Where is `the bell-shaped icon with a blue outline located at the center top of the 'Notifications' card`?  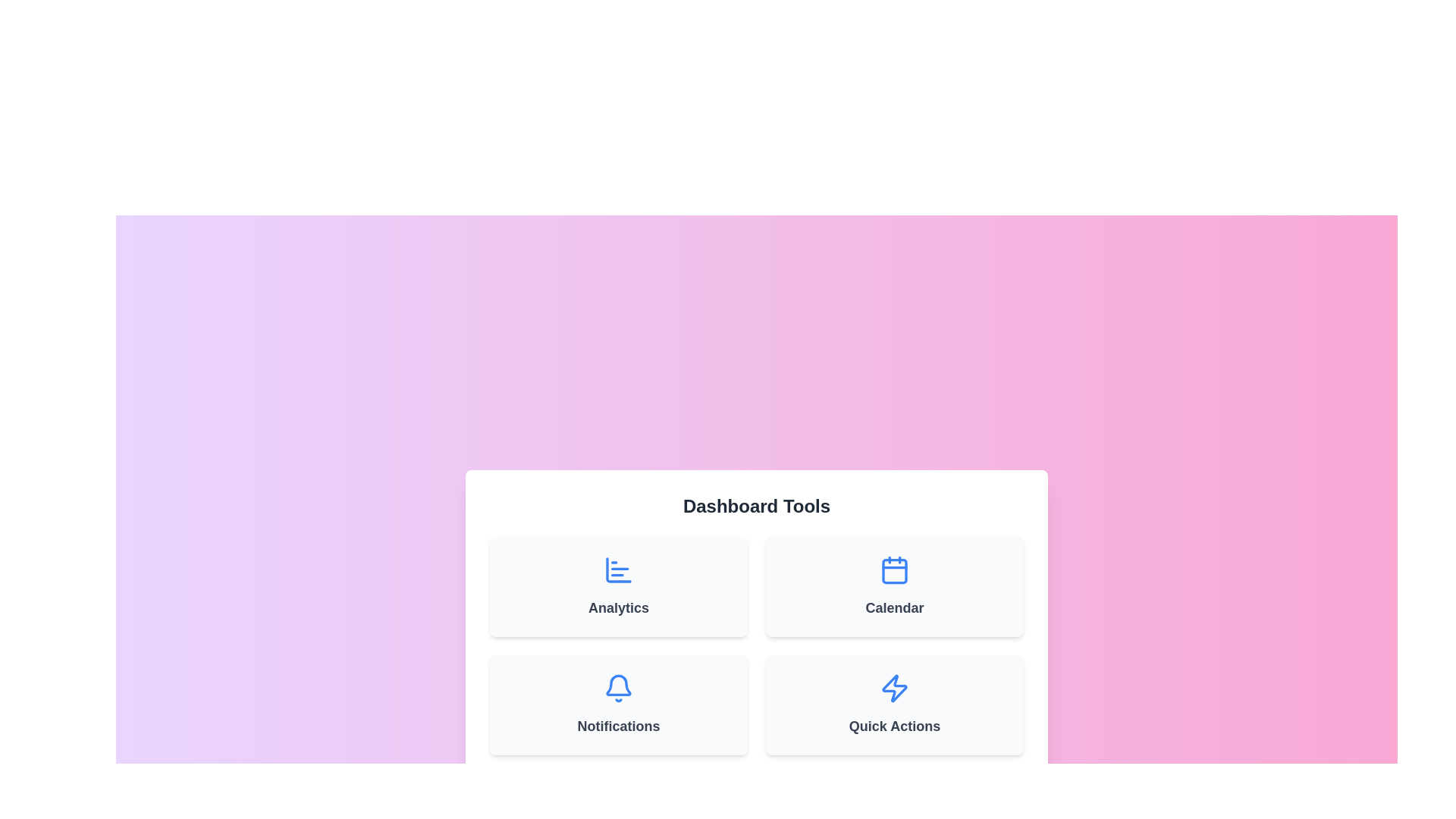 the bell-shaped icon with a blue outline located at the center top of the 'Notifications' card is located at coordinates (619, 688).